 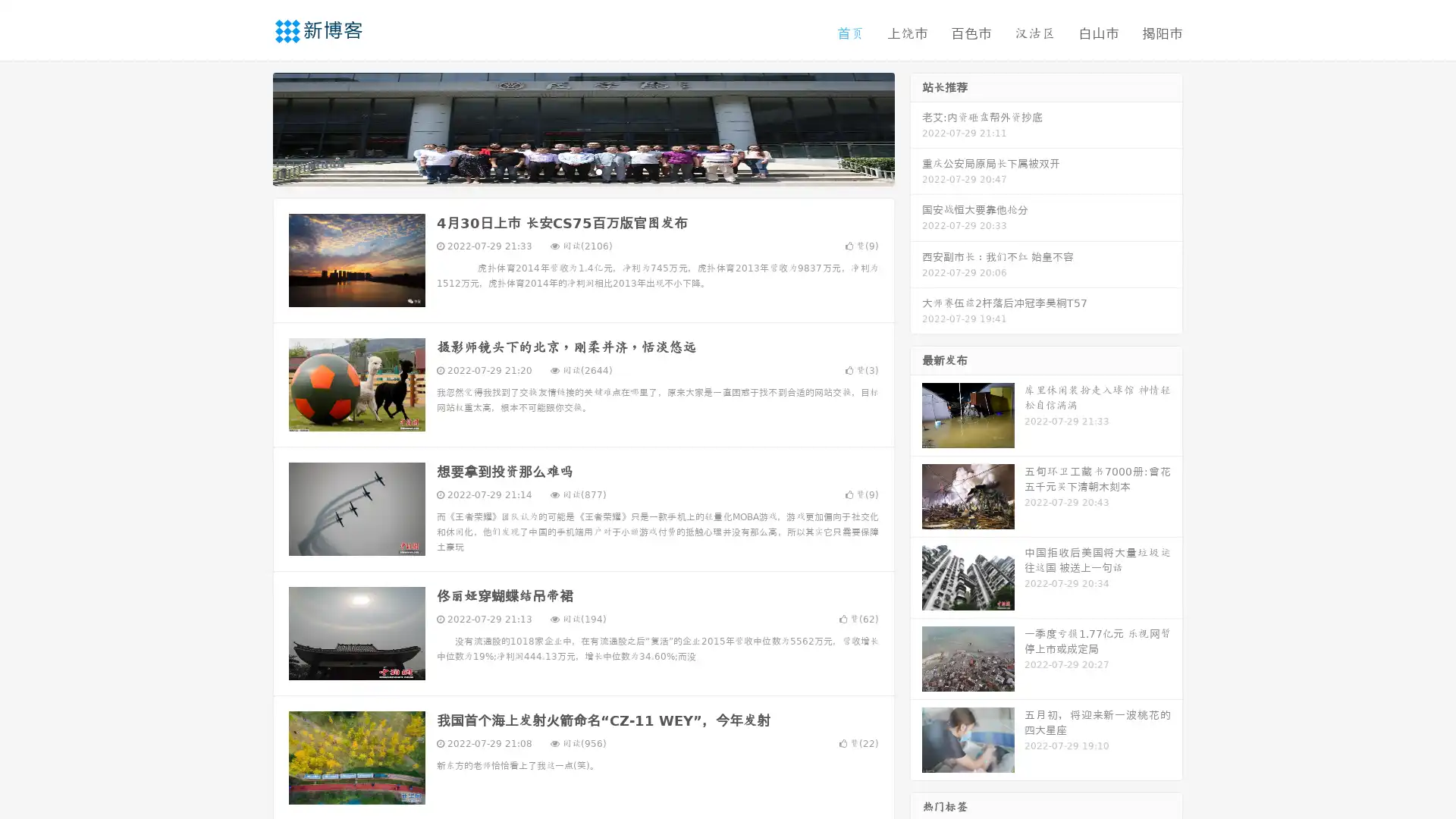 What do you see at coordinates (916, 127) in the screenshot?
I see `Next slide` at bounding box center [916, 127].